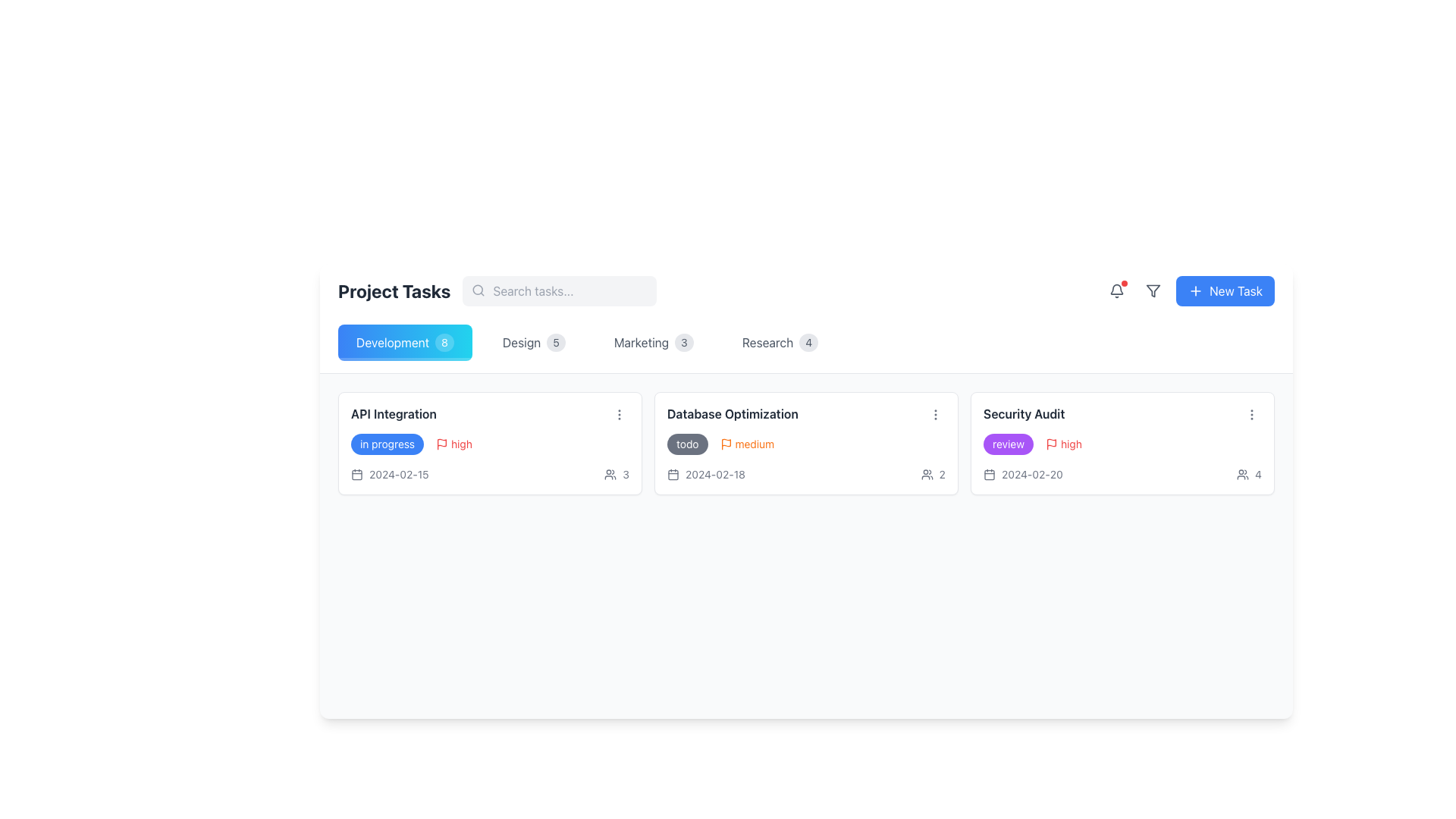 Image resolution: width=1456 pixels, height=819 pixels. I want to click on the calendar icon positioned to the left of the date '2024-02-18' in the second card of the second row of tasks, so click(673, 473).